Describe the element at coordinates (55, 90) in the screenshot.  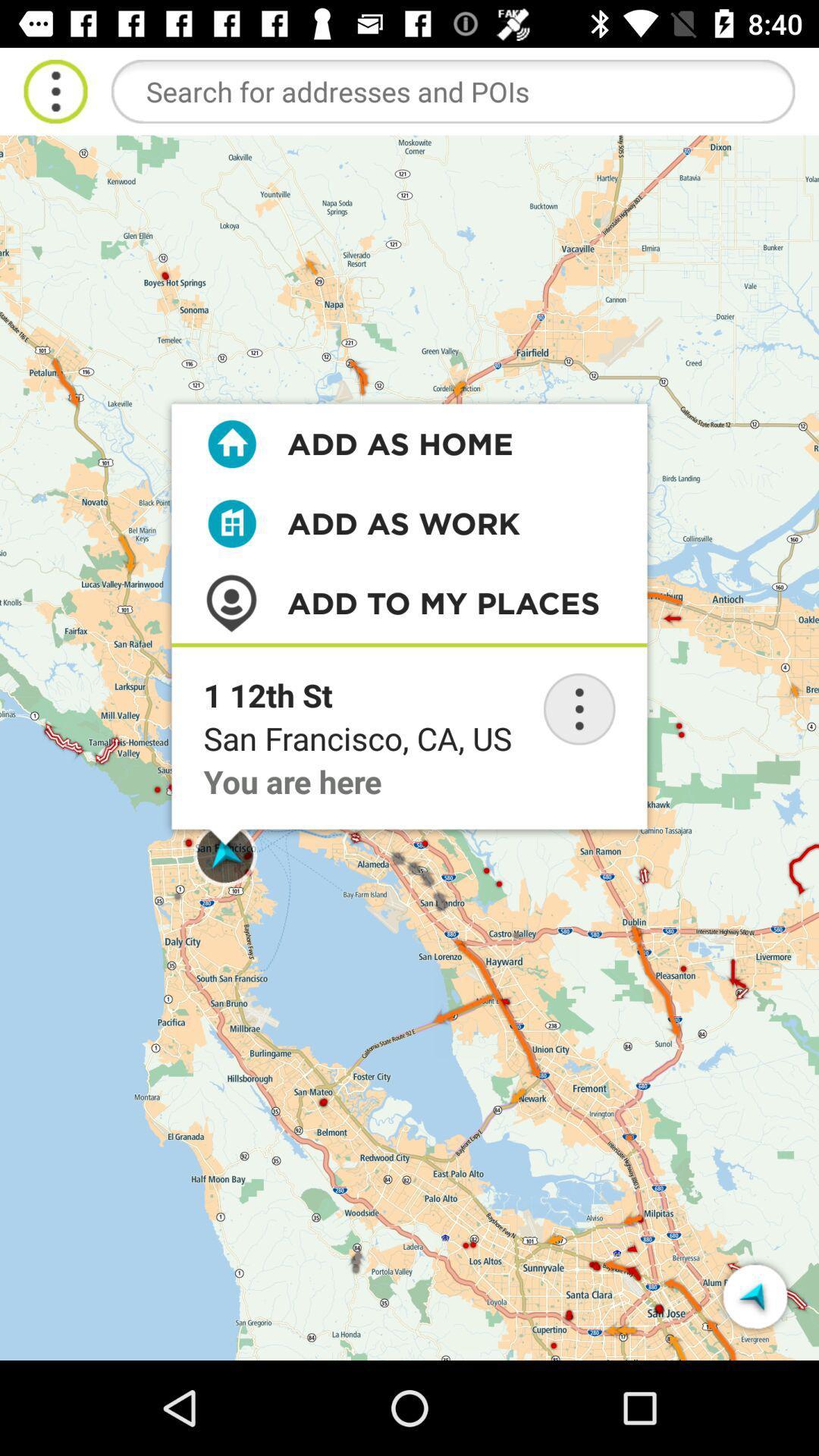
I see `menu dropdown` at that location.